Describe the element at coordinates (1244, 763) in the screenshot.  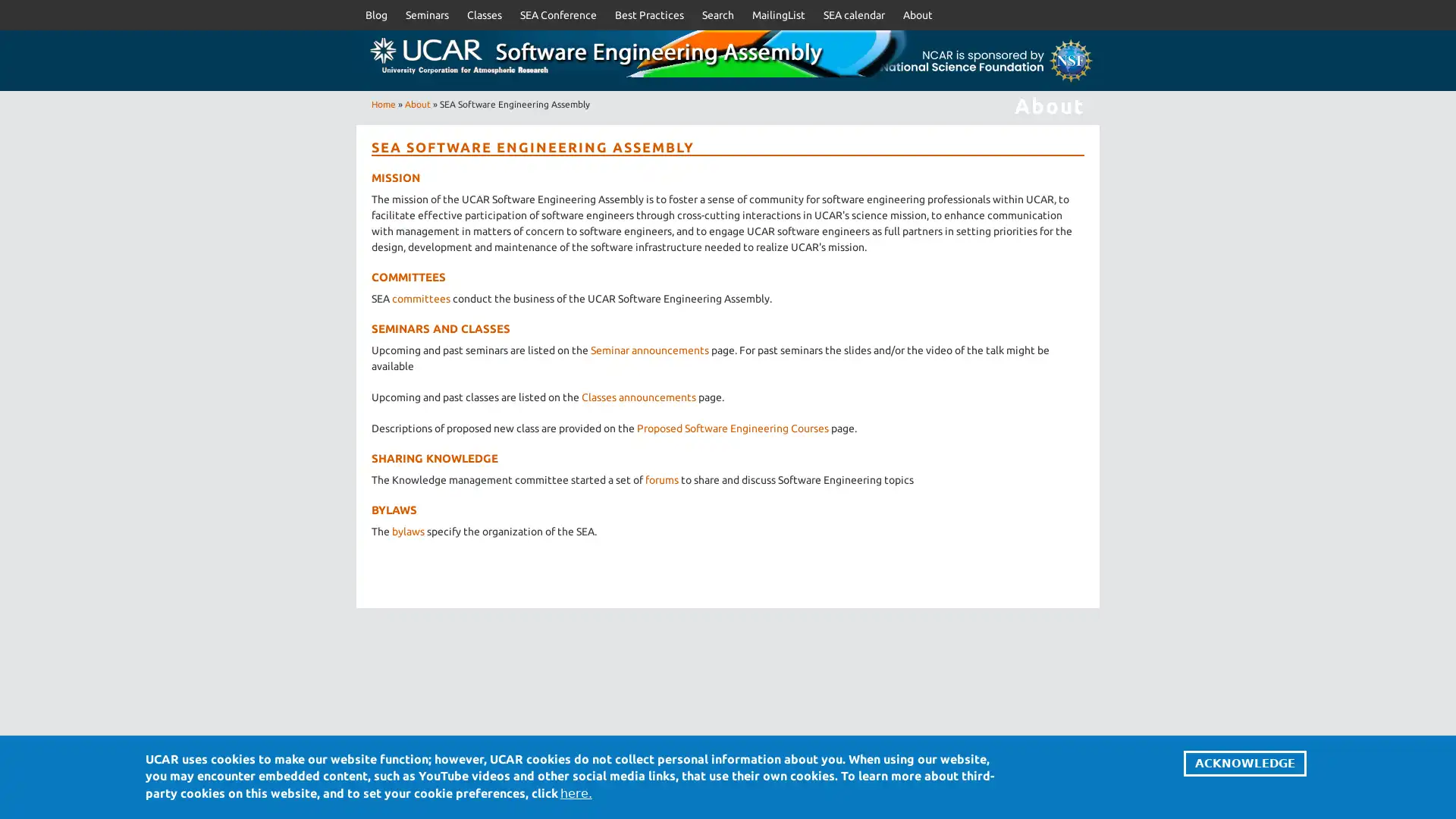
I see `ACKNOWLEDGE` at that location.